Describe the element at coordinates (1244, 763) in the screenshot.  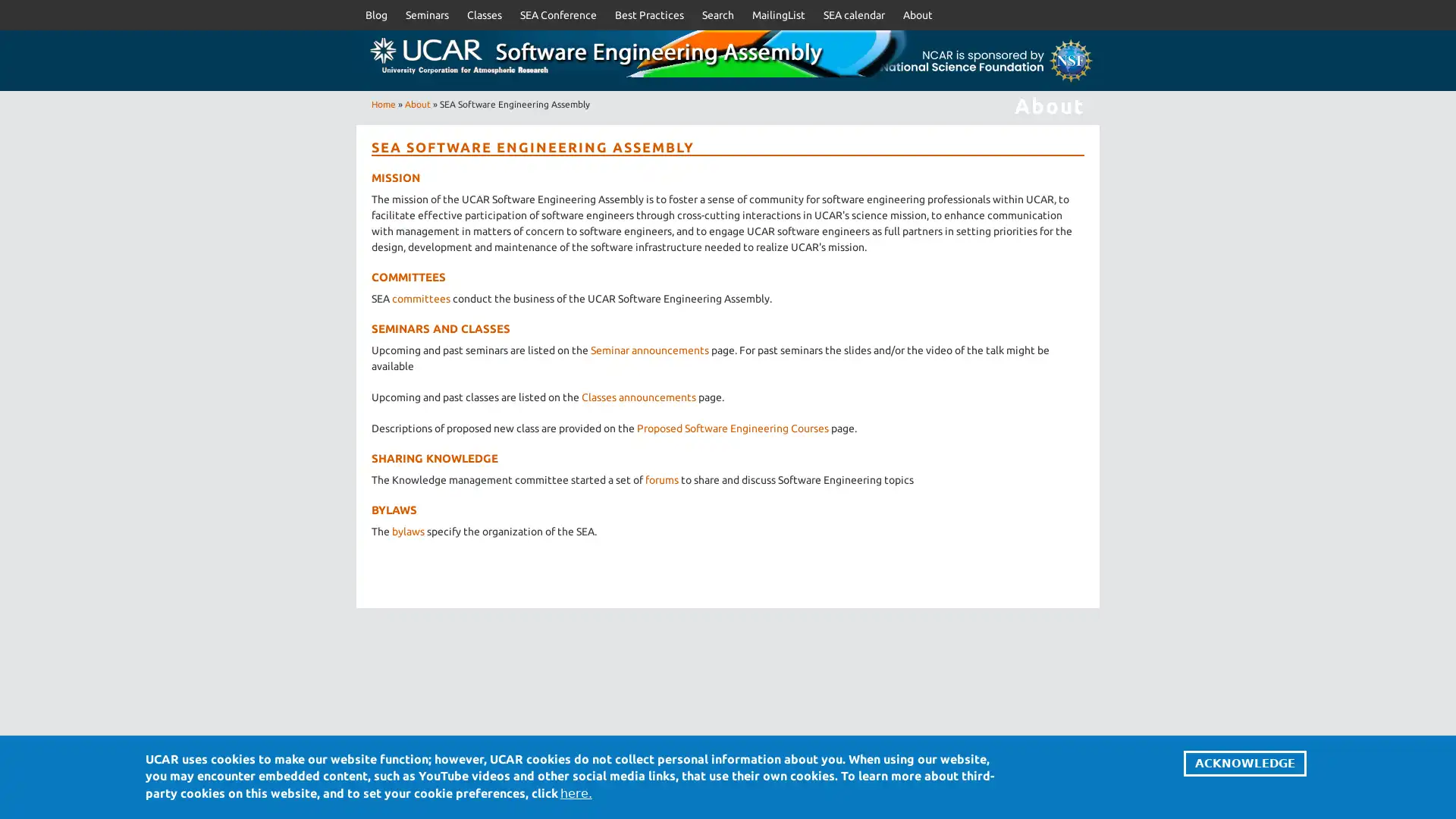
I see `ACKNOWLEDGE` at that location.